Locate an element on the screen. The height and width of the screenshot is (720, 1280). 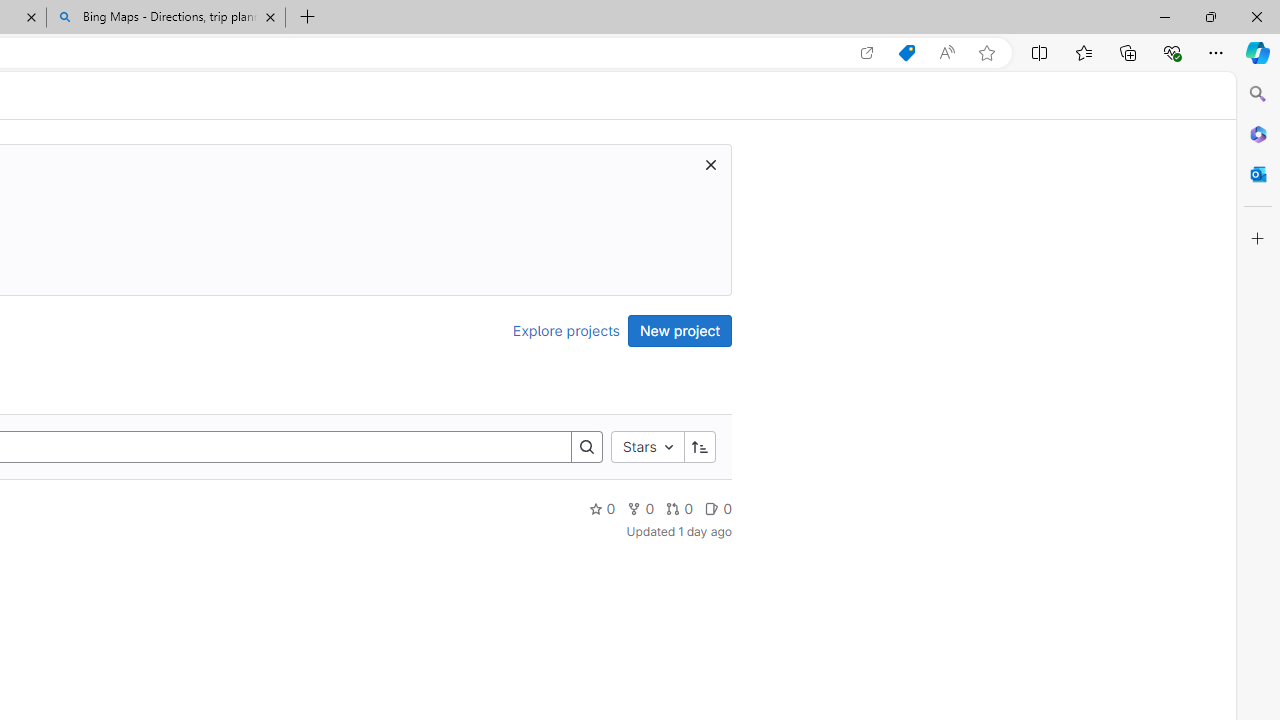
'Sort direction: Ascending' is located at coordinates (699, 445).